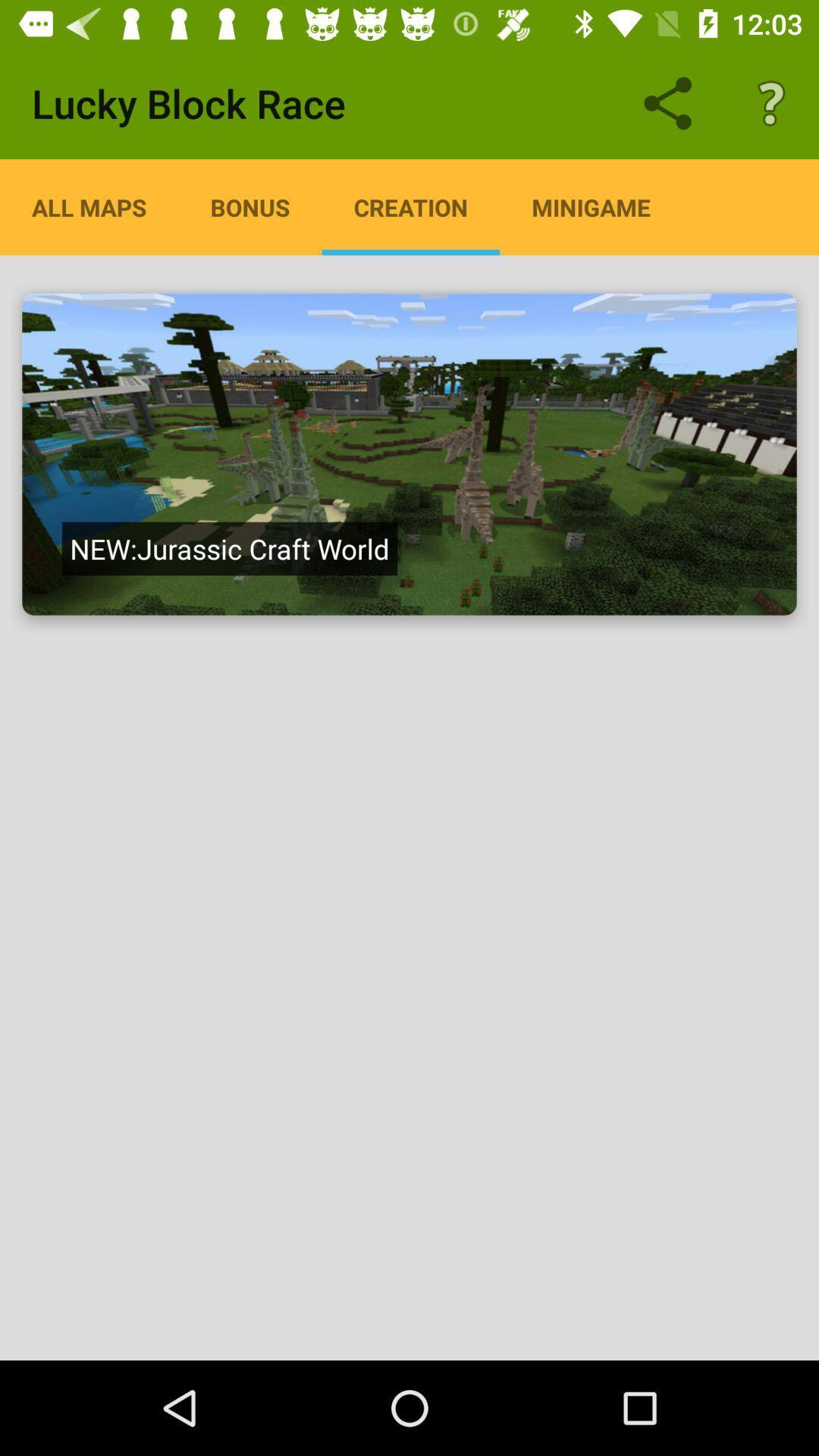 The image size is (819, 1456). I want to click on app next to the minigame, so click(410, 206).